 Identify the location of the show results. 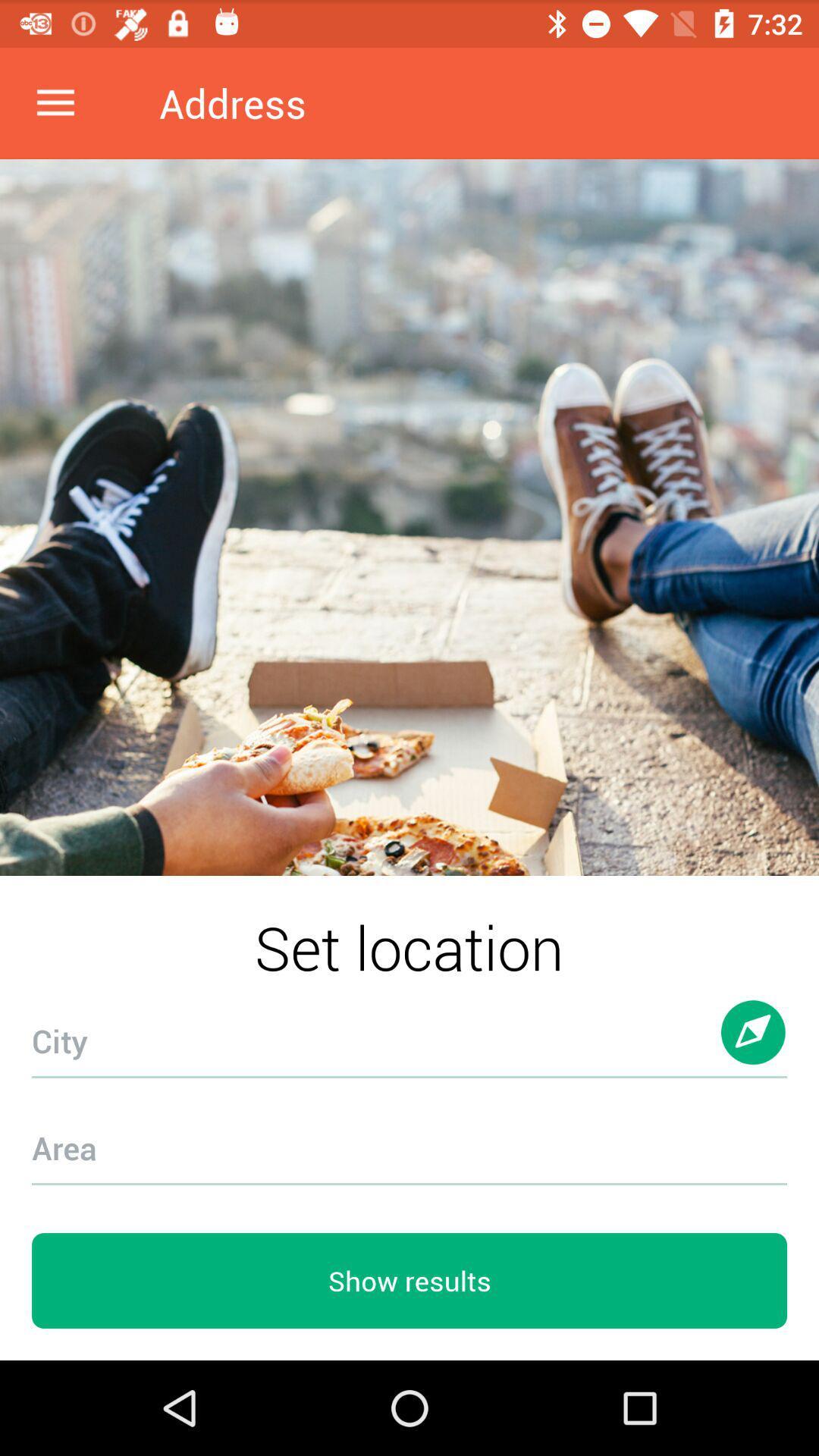
(409, 1280).